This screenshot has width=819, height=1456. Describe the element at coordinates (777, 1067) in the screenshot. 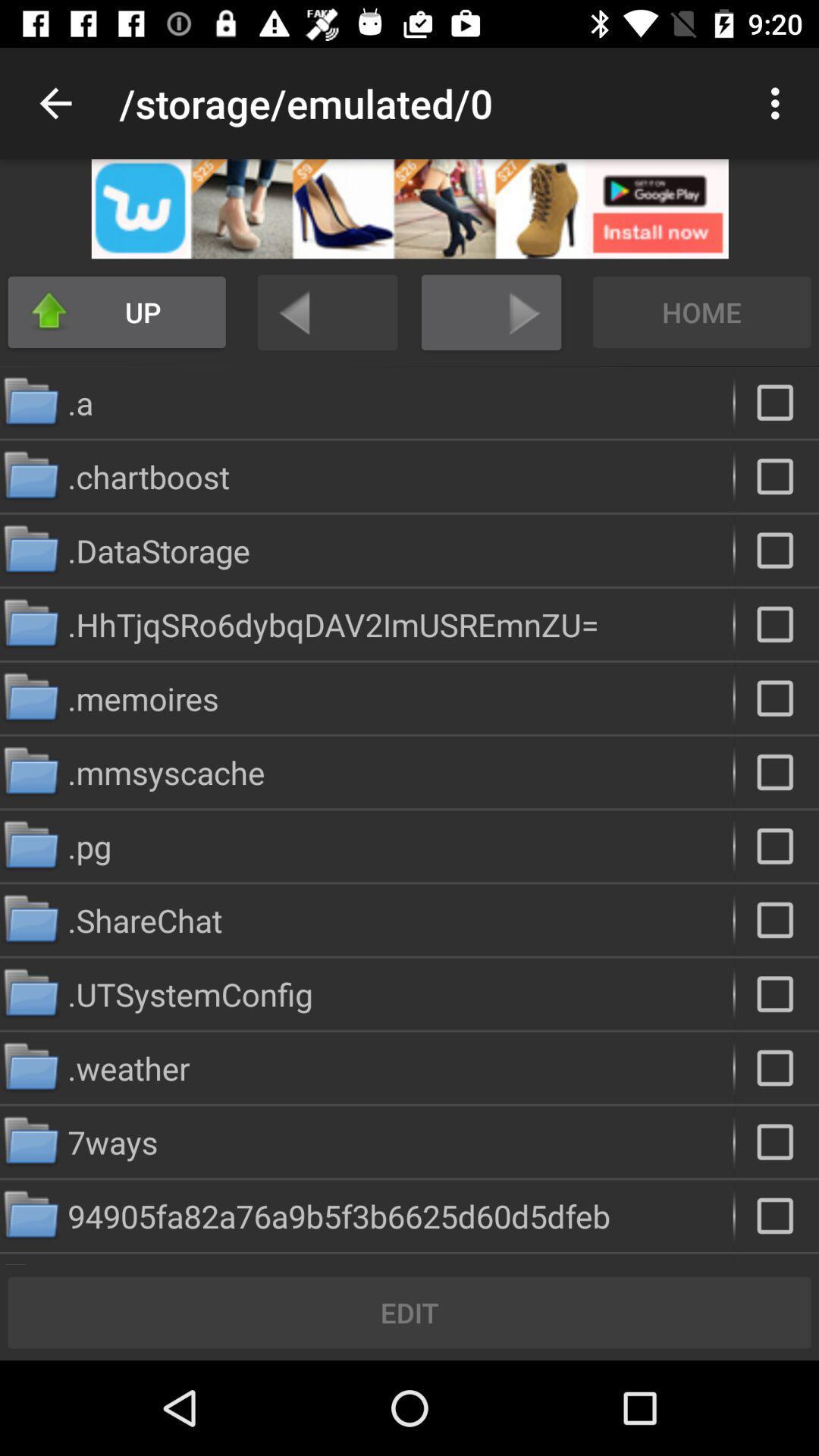

I see `folder` at that location.